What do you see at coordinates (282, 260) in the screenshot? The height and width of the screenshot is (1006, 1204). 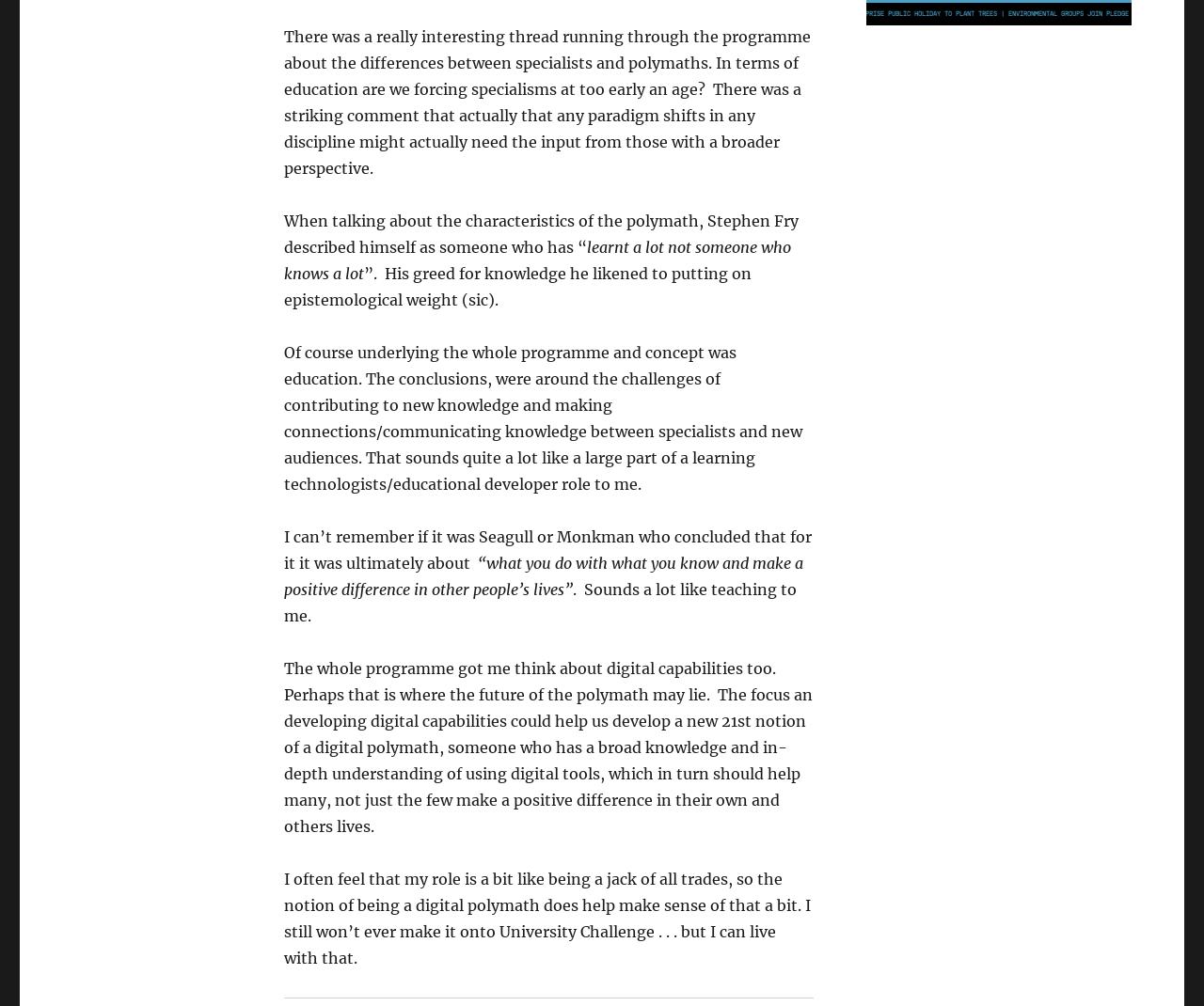 I see `'learnt a lot not someone who knows a lot'` at bounding box center [282, 260].